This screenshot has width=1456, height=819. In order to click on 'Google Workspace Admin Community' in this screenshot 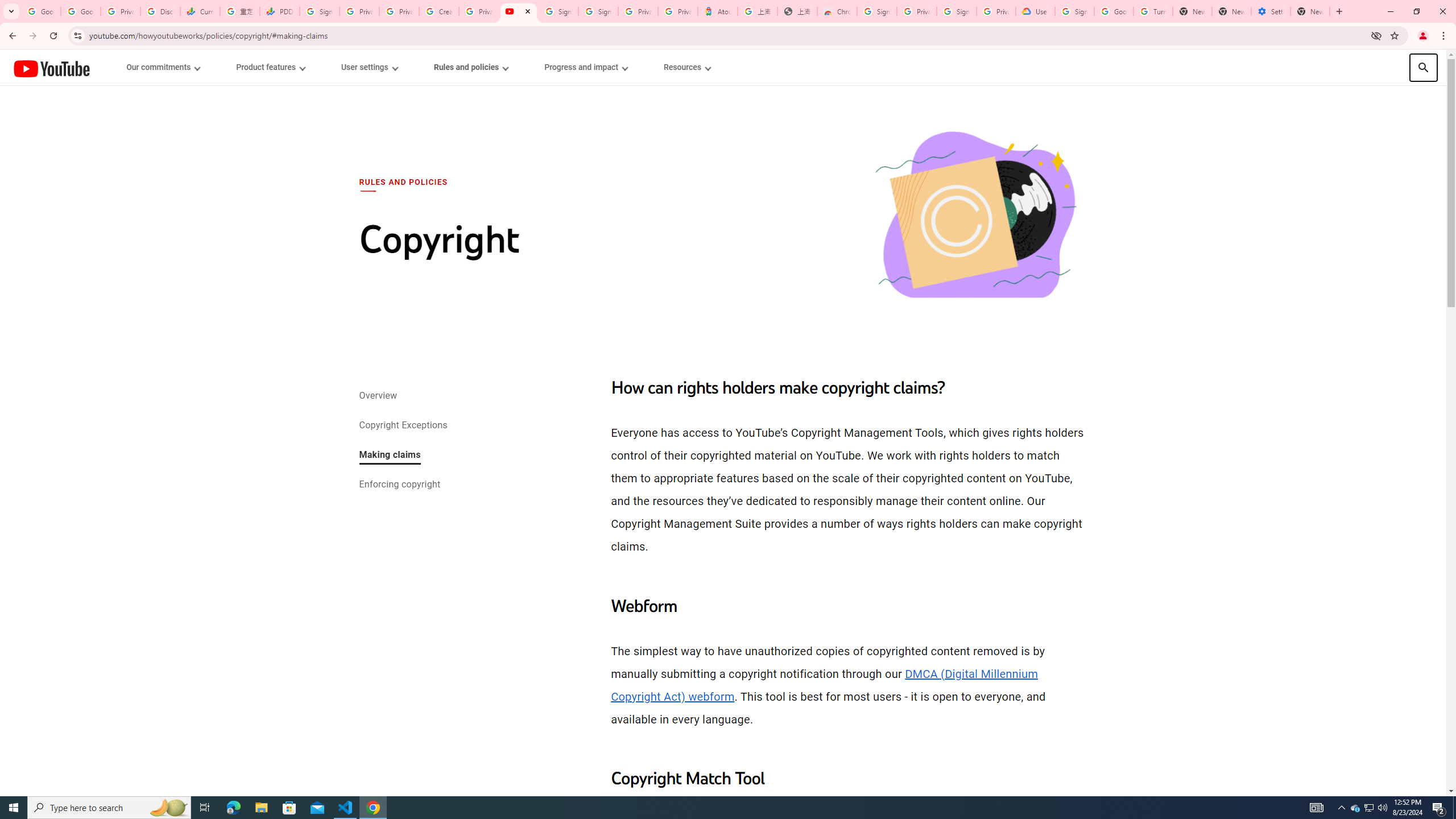, I will do `click(40, 11)`.